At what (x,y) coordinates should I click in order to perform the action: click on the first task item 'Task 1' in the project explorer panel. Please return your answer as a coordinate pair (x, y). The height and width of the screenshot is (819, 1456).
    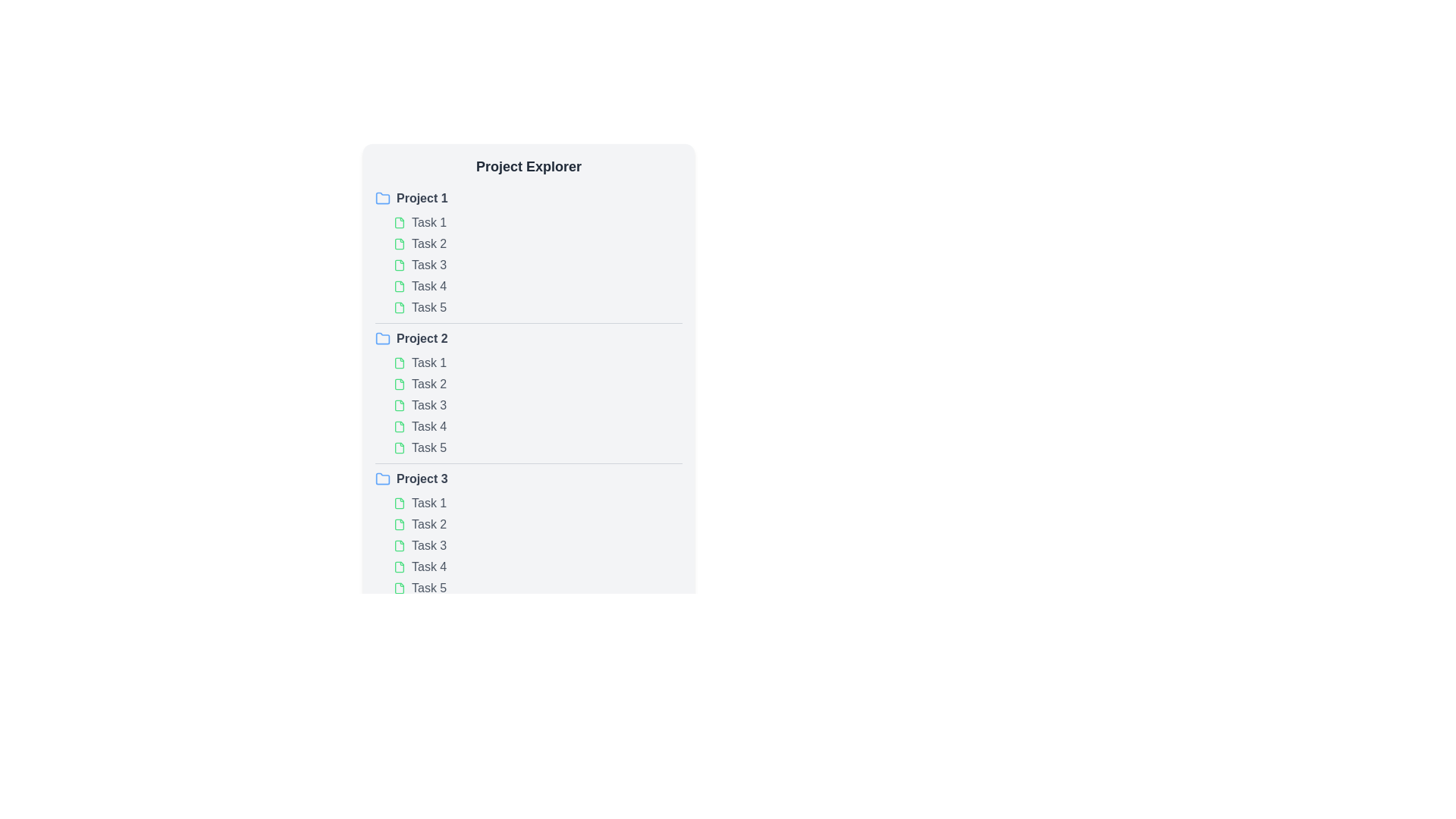
    Looking at the image, I should click on (538, 222).